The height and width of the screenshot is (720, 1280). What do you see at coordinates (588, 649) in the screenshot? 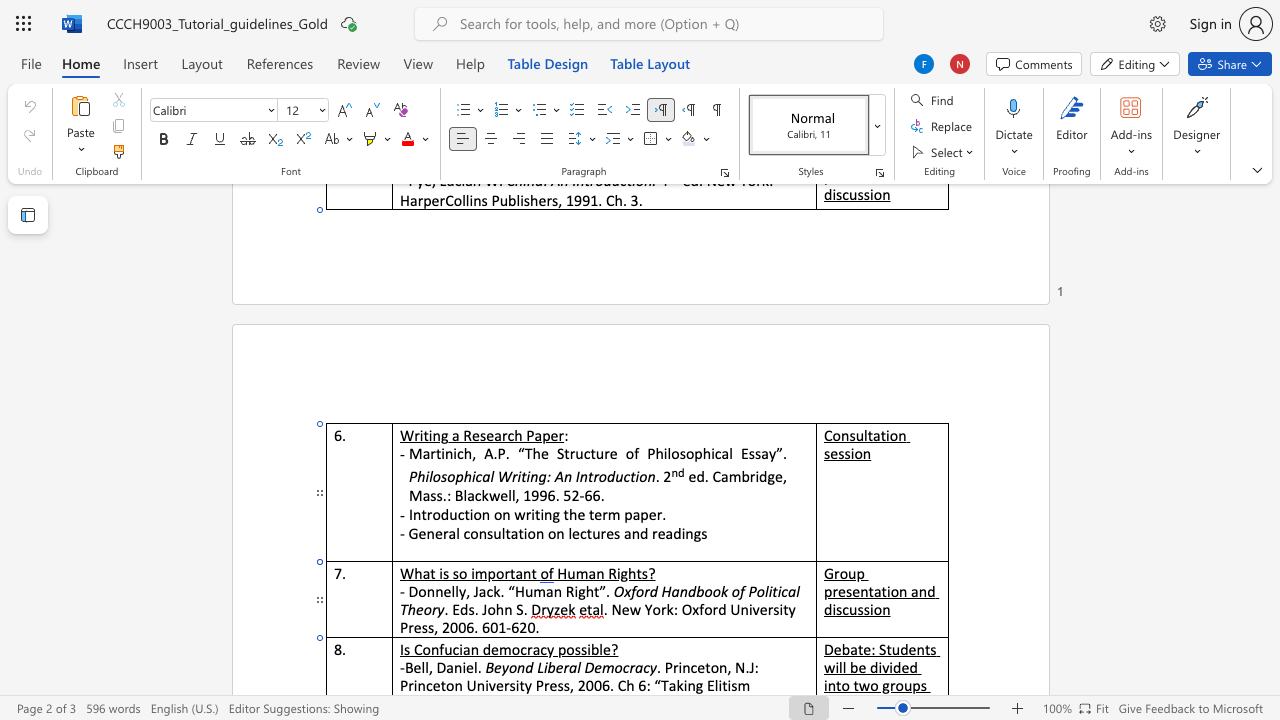
I see `the 2th character "i" in the text` at bounding box center [588, 649].